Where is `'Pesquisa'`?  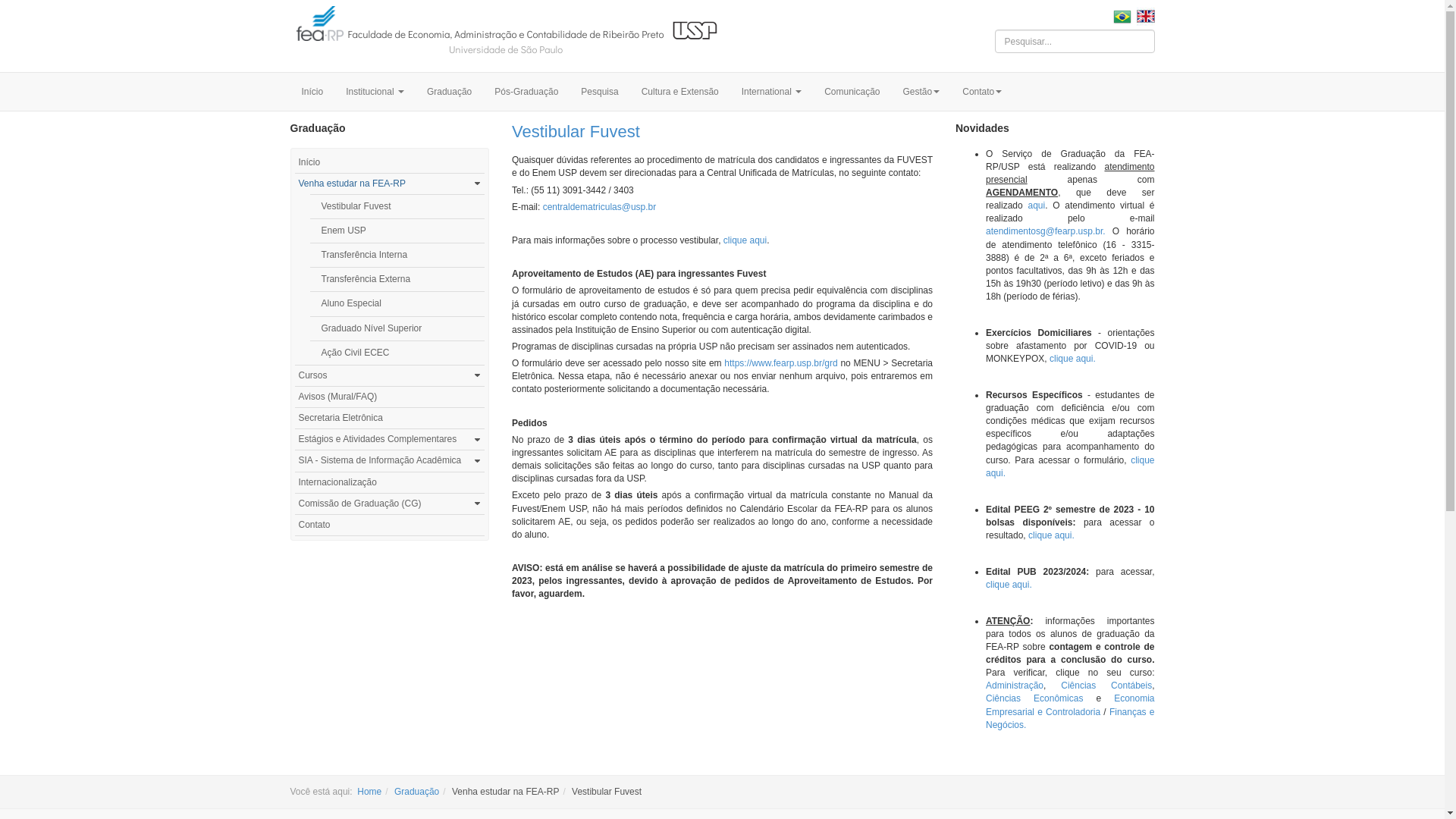 'Pesquisa' is located at coordinates (598, 91).